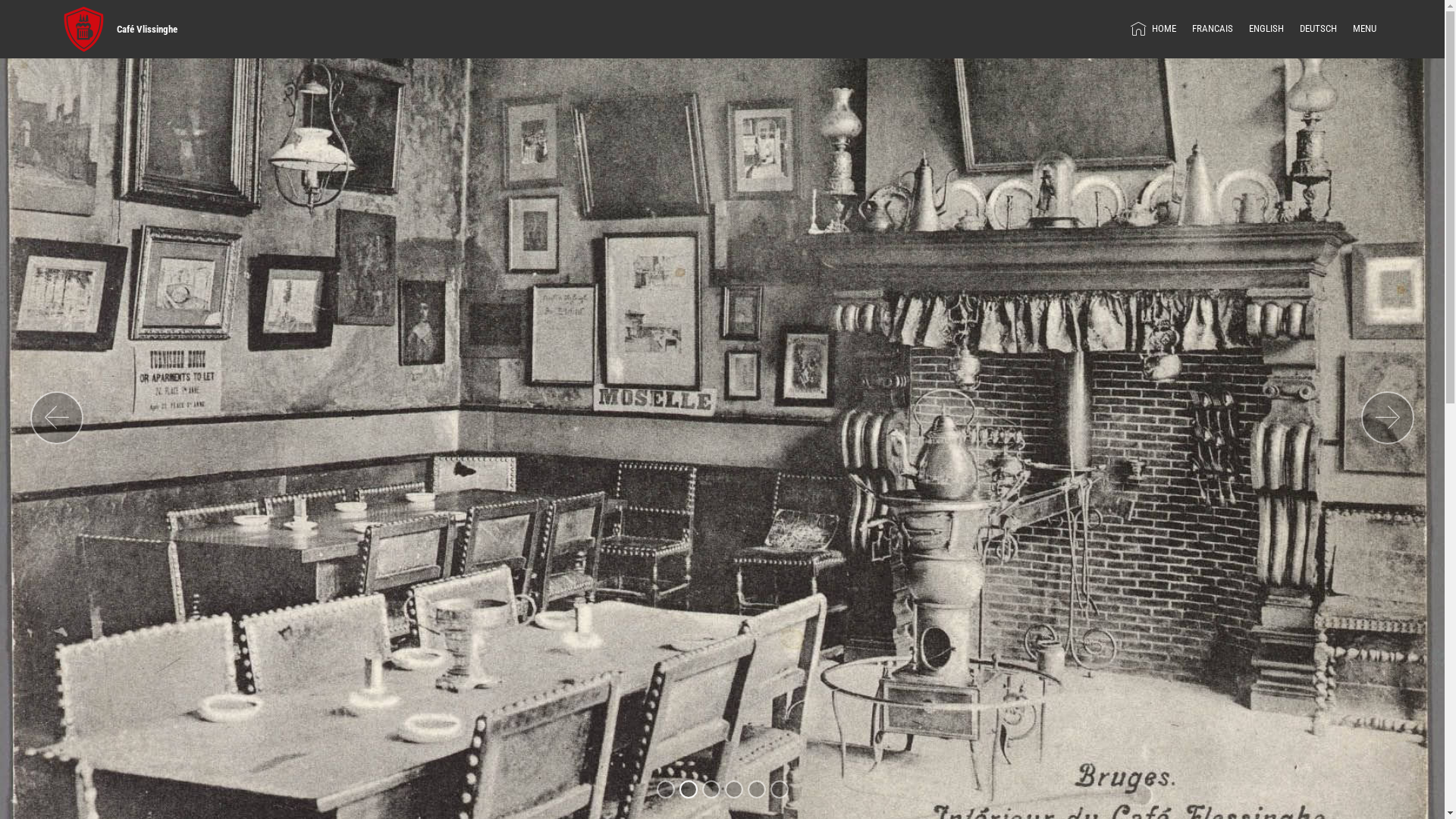 This screenshot has width=1456, height=819. What do you see at coordinates (1387, 418) in the screenshot?
I see `'Next'` at bounding box center [1387, 418].